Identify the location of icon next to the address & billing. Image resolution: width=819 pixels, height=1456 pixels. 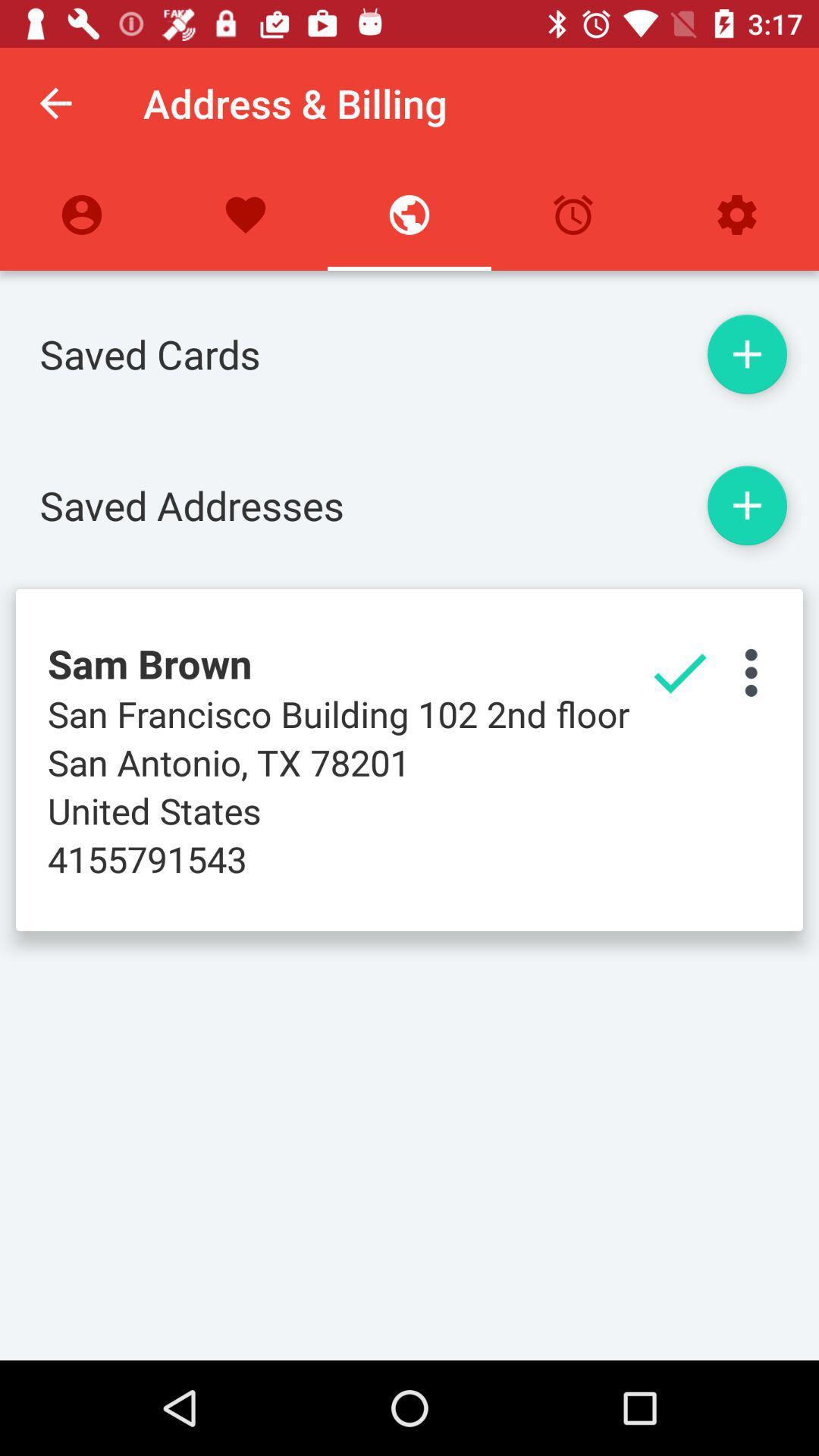
(55, 102).